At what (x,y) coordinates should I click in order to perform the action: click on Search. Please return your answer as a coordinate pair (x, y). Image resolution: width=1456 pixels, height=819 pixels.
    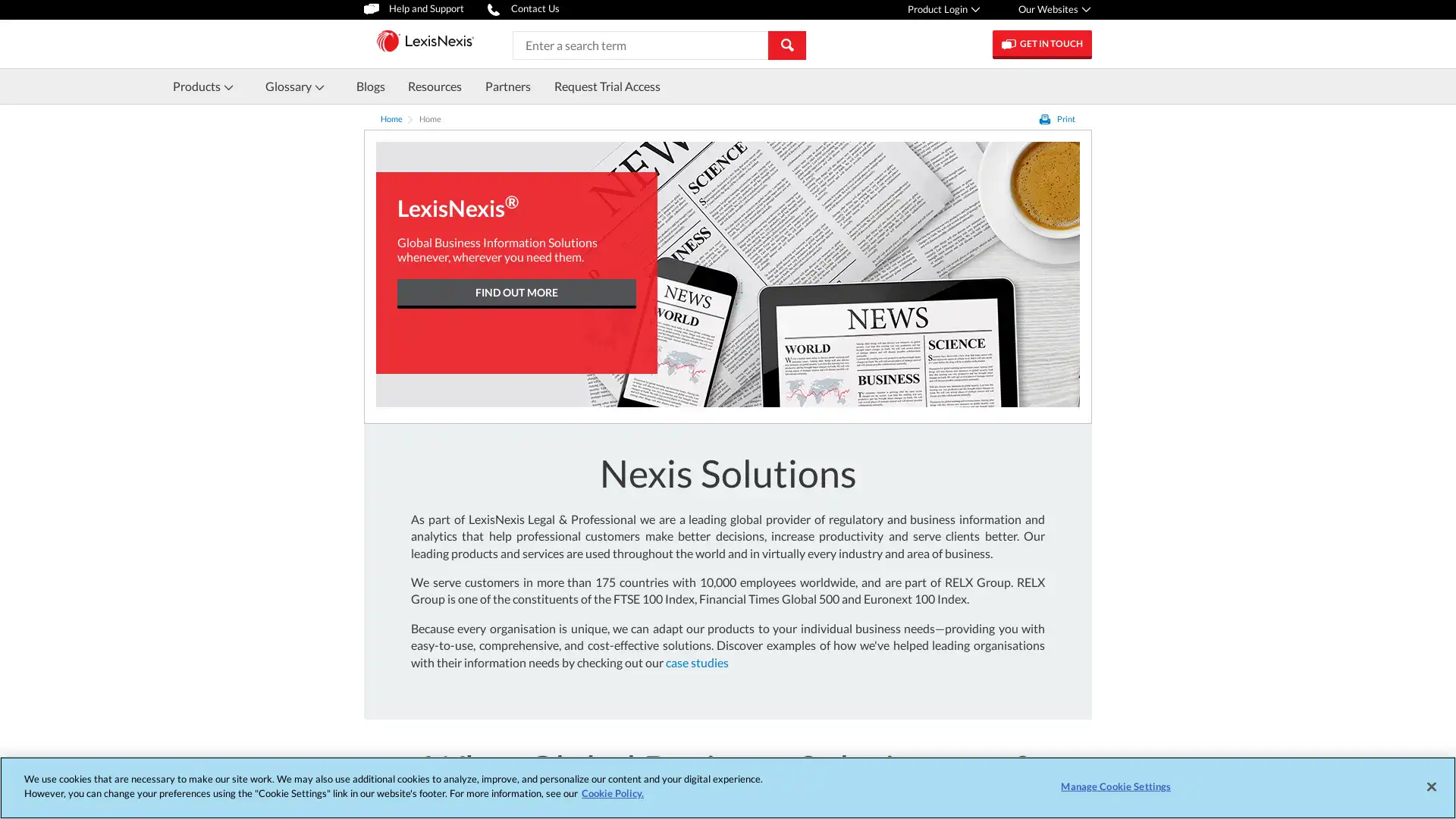
    Looking at the image, I should click on (786, 43).